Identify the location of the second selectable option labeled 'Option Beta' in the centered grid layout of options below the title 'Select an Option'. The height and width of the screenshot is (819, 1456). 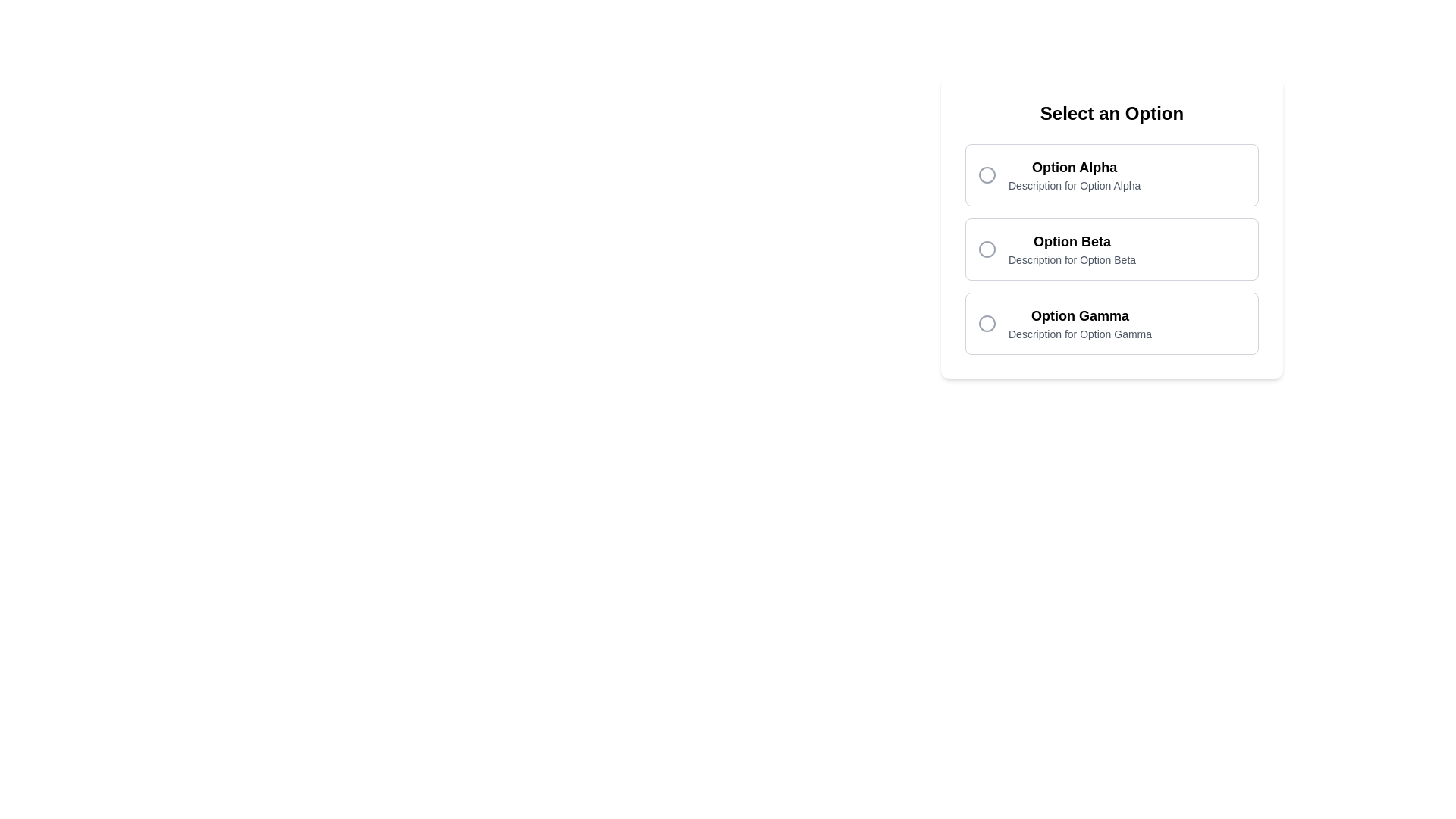
(1112, 248).